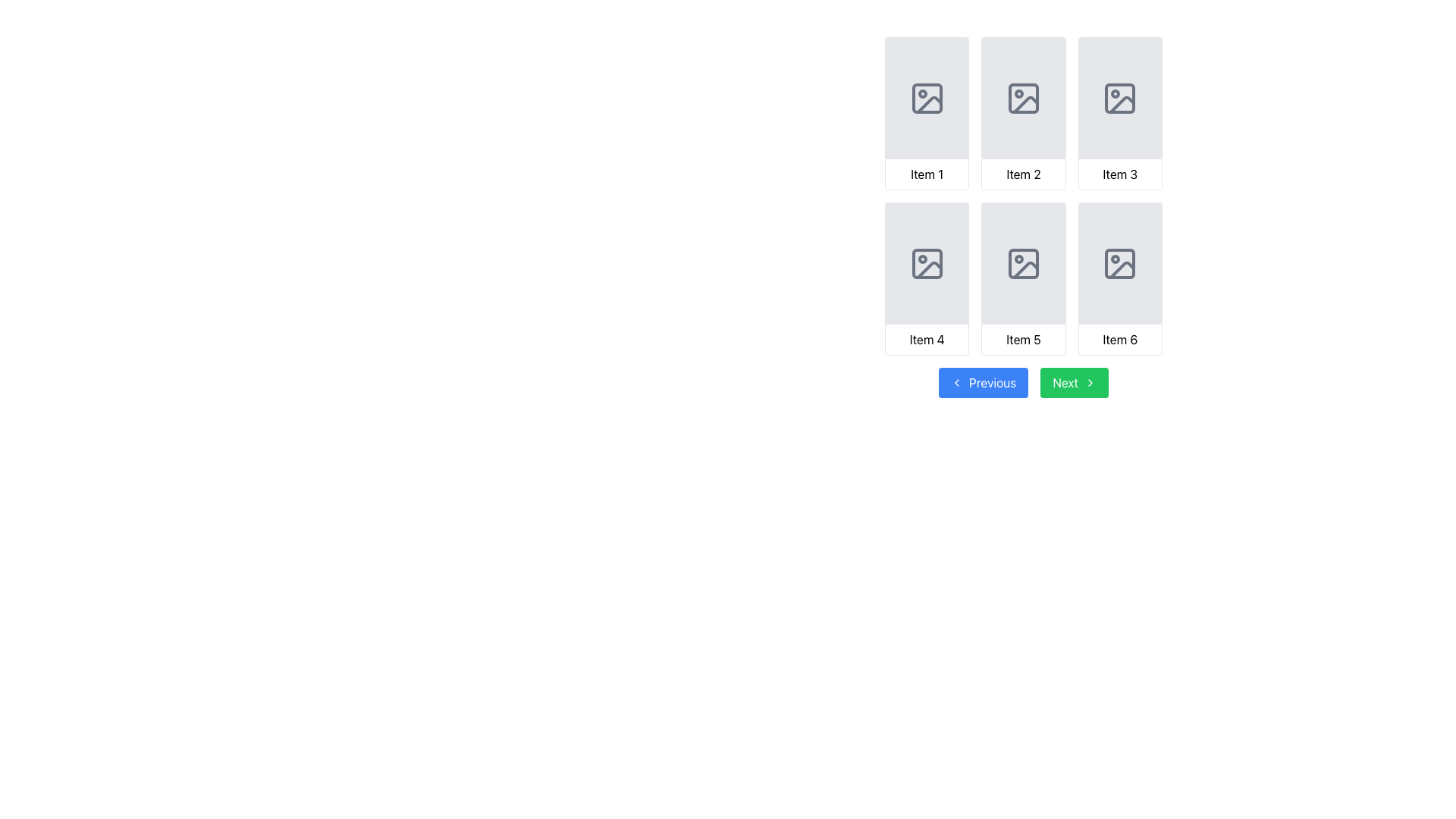 The width and height of the screenshot is (1456, 819). Describe the element at coordinates (1023, 338) in the screenshot. I see `text displayed in the Static text display element labeled 'Item 5', which is centered below an image placeholder in the fifth card of a 3x2 grid` at that location.